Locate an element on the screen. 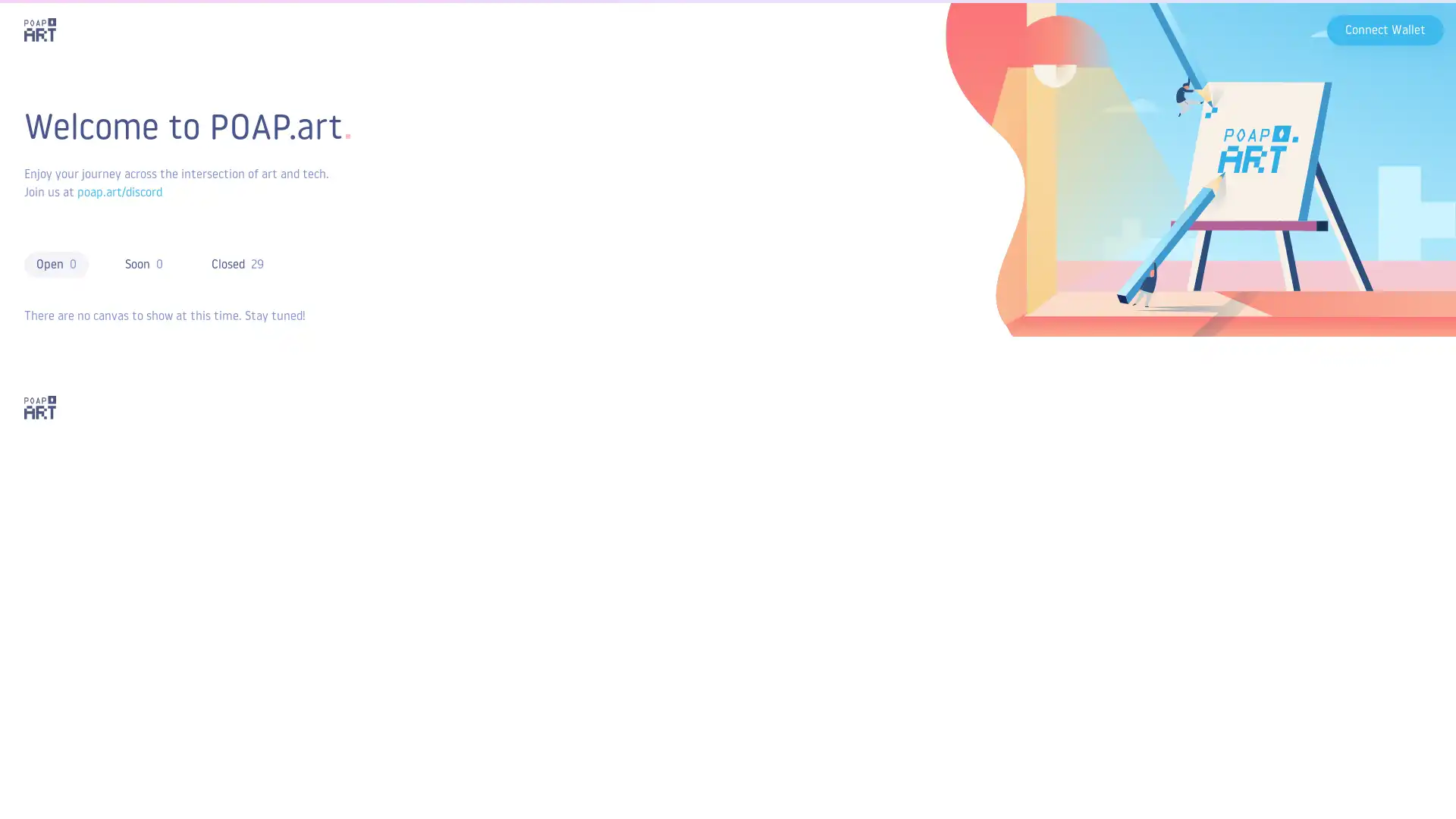  Connect Wallet Connect Wallet is located at coordinates (1385, 29).